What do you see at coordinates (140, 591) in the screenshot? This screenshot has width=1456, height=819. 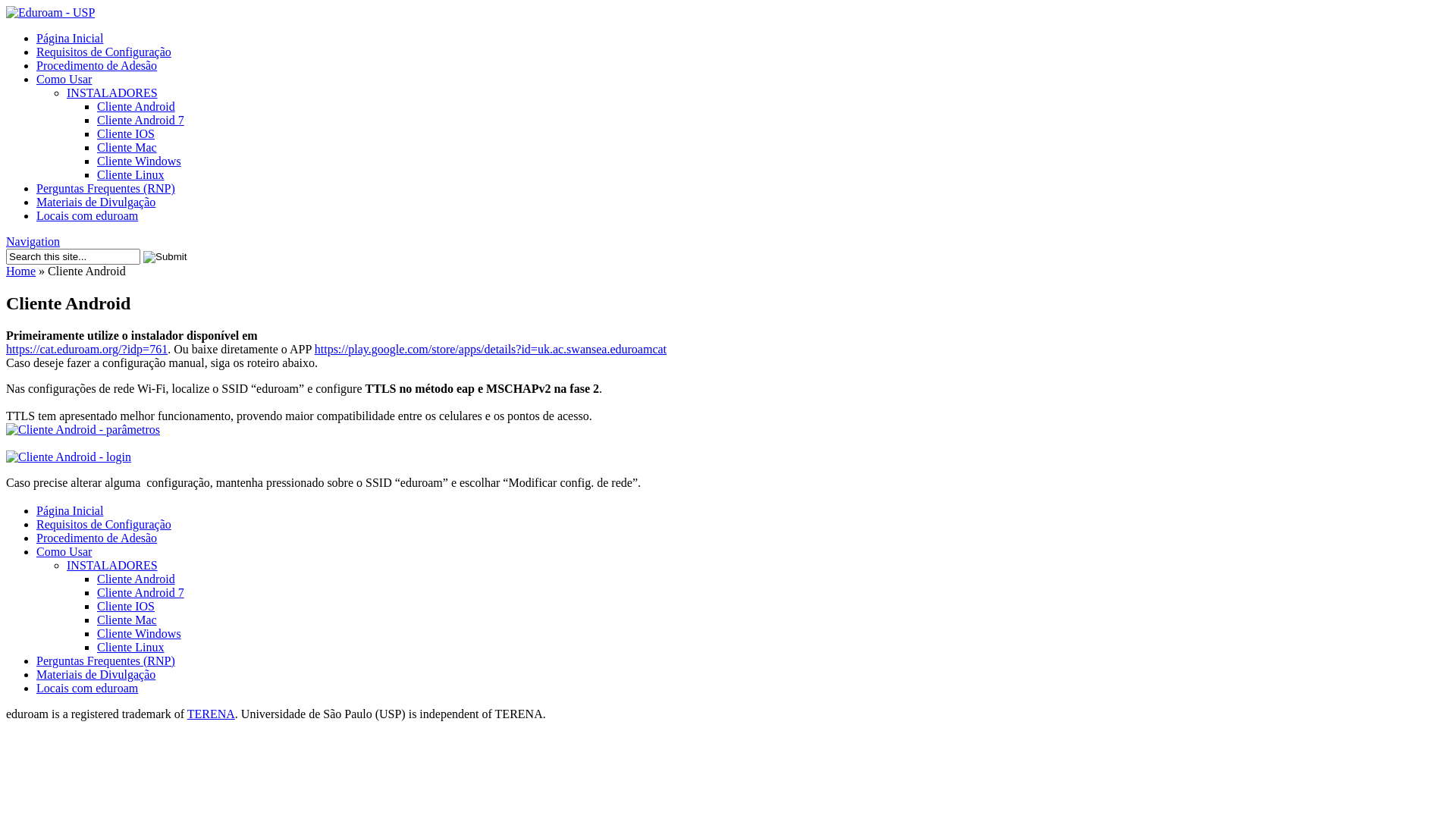 I see `'Cliente Android 7'` at bounding box center [140, 591].